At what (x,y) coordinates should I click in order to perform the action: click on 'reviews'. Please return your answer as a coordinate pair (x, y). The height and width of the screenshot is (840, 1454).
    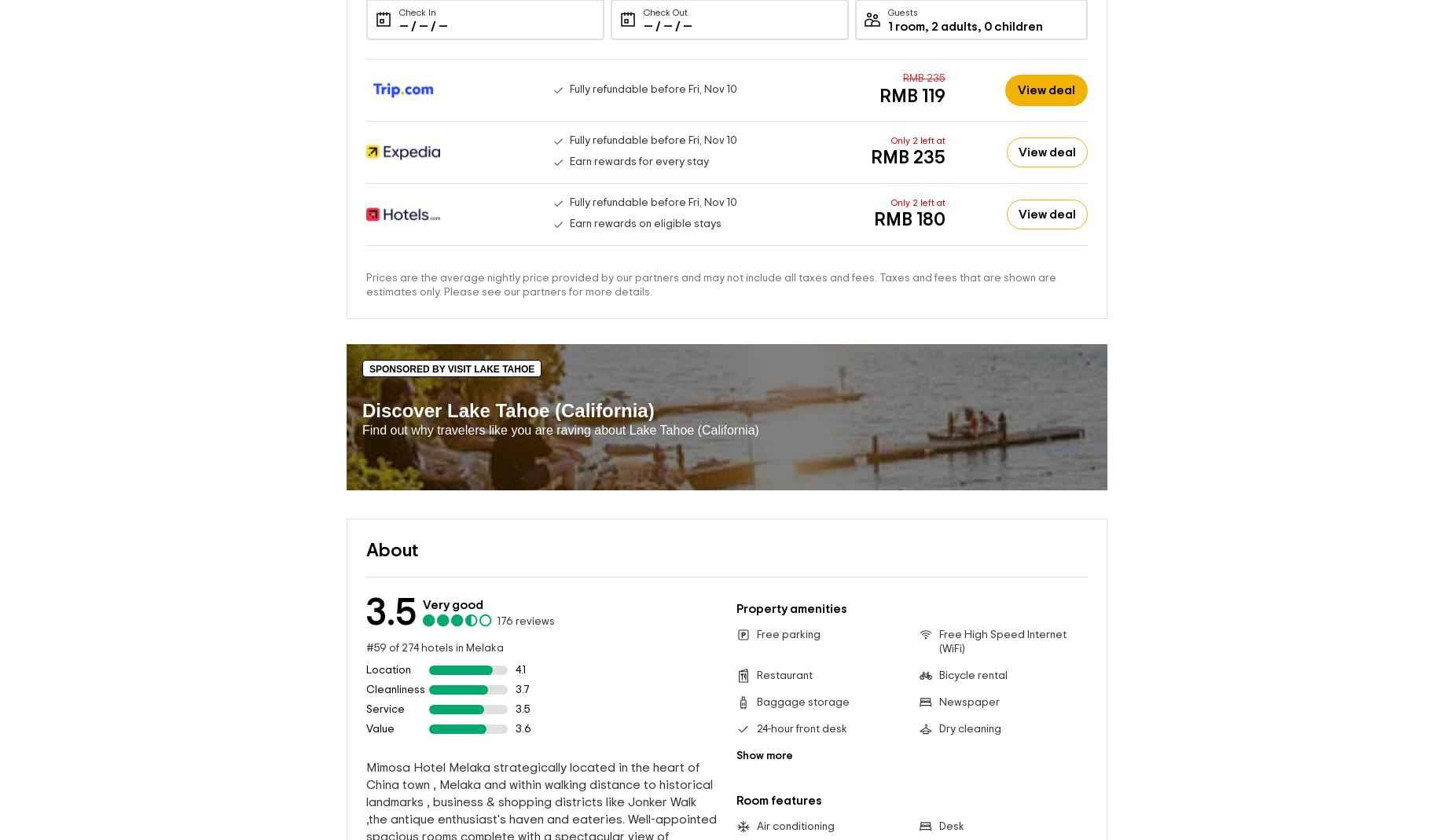
    Looking at the image, I should click on (534, 621).